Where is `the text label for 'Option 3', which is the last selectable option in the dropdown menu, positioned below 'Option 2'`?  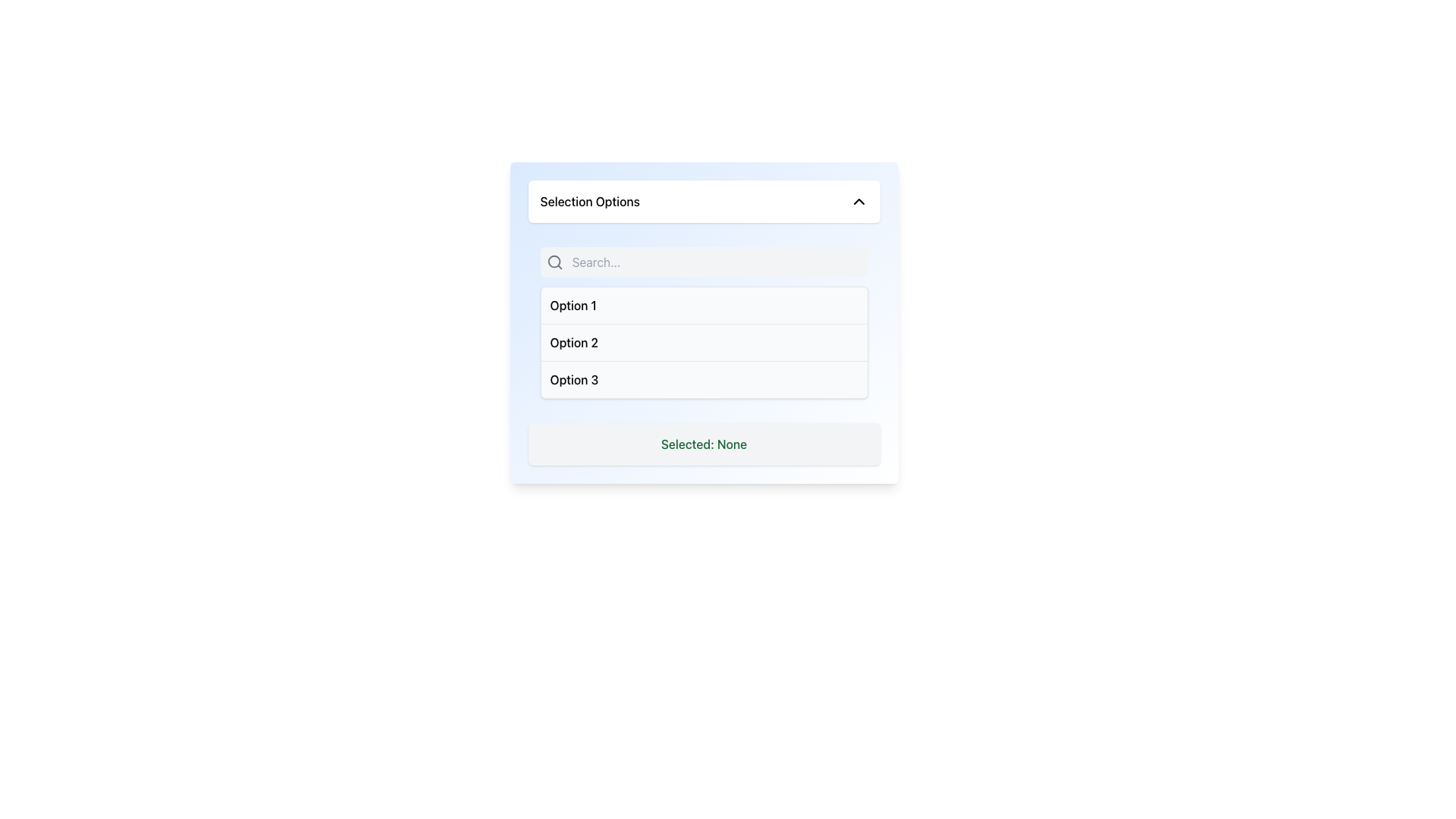
the text label for 'Option 3', which is the last selectable option in the dropdown menu, positioned below 'Option 2' is located at coordinates (573, 379).